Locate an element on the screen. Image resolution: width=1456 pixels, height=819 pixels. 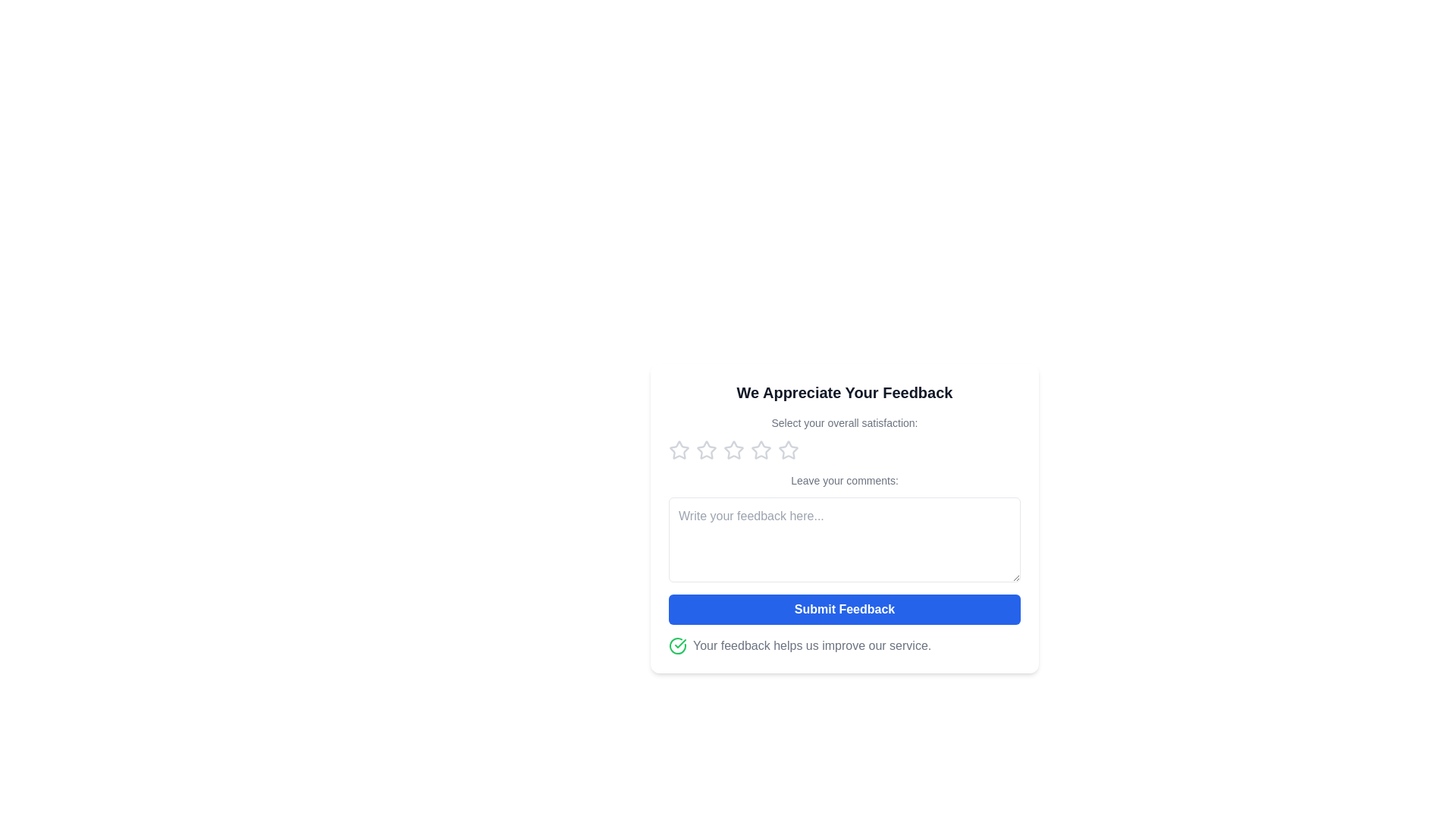
the informational text that indicates how user feedback contributes to service improvements, positioned below the 'Submit Feedback' button and to the right of a green checkmark icon is located at coordinates (811, 646).